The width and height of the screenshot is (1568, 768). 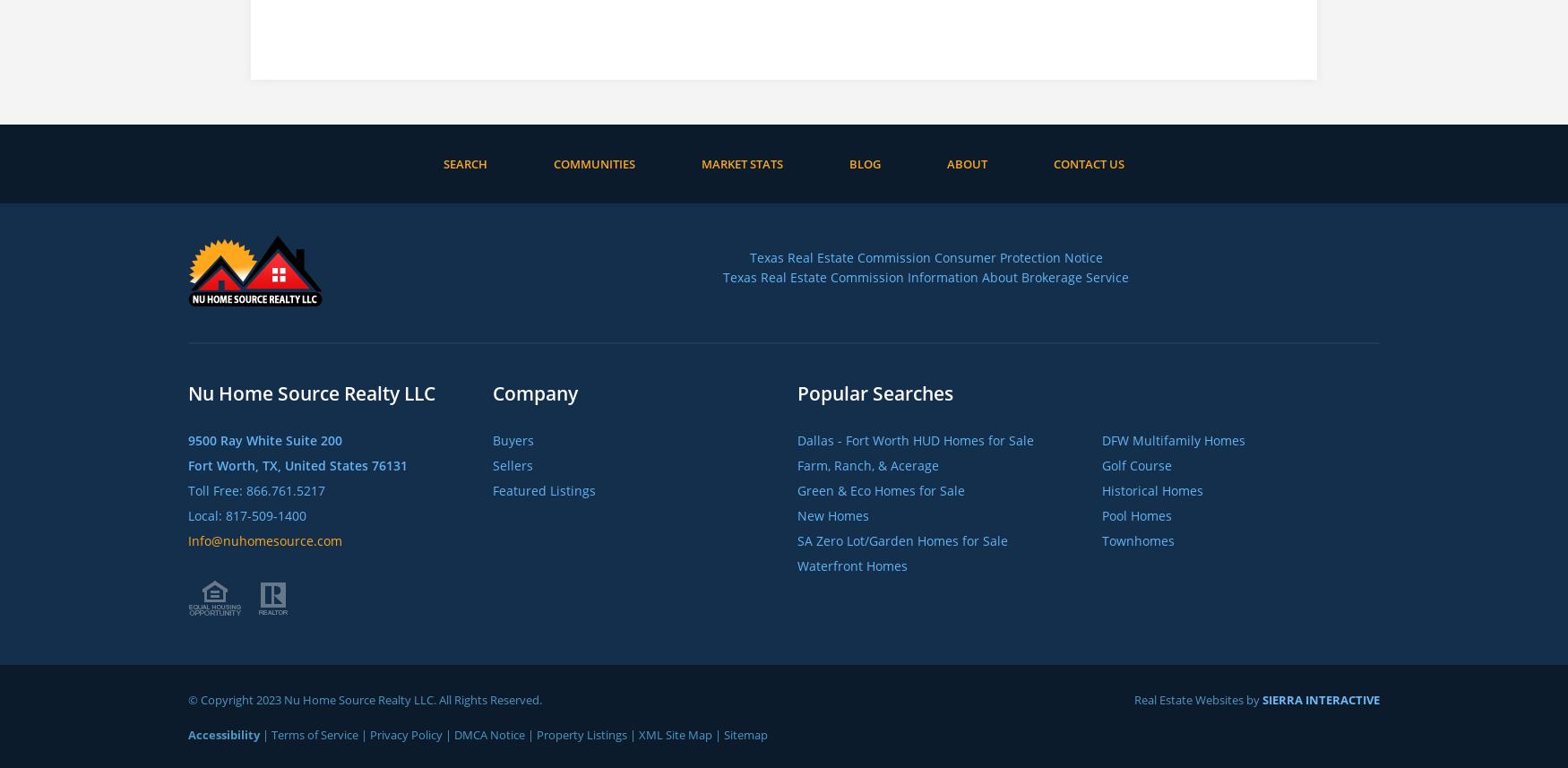 What do you see at coordinates (581, 733) in the screenshot?
I see `'Property Listings'` at bounding box center [581, 733].